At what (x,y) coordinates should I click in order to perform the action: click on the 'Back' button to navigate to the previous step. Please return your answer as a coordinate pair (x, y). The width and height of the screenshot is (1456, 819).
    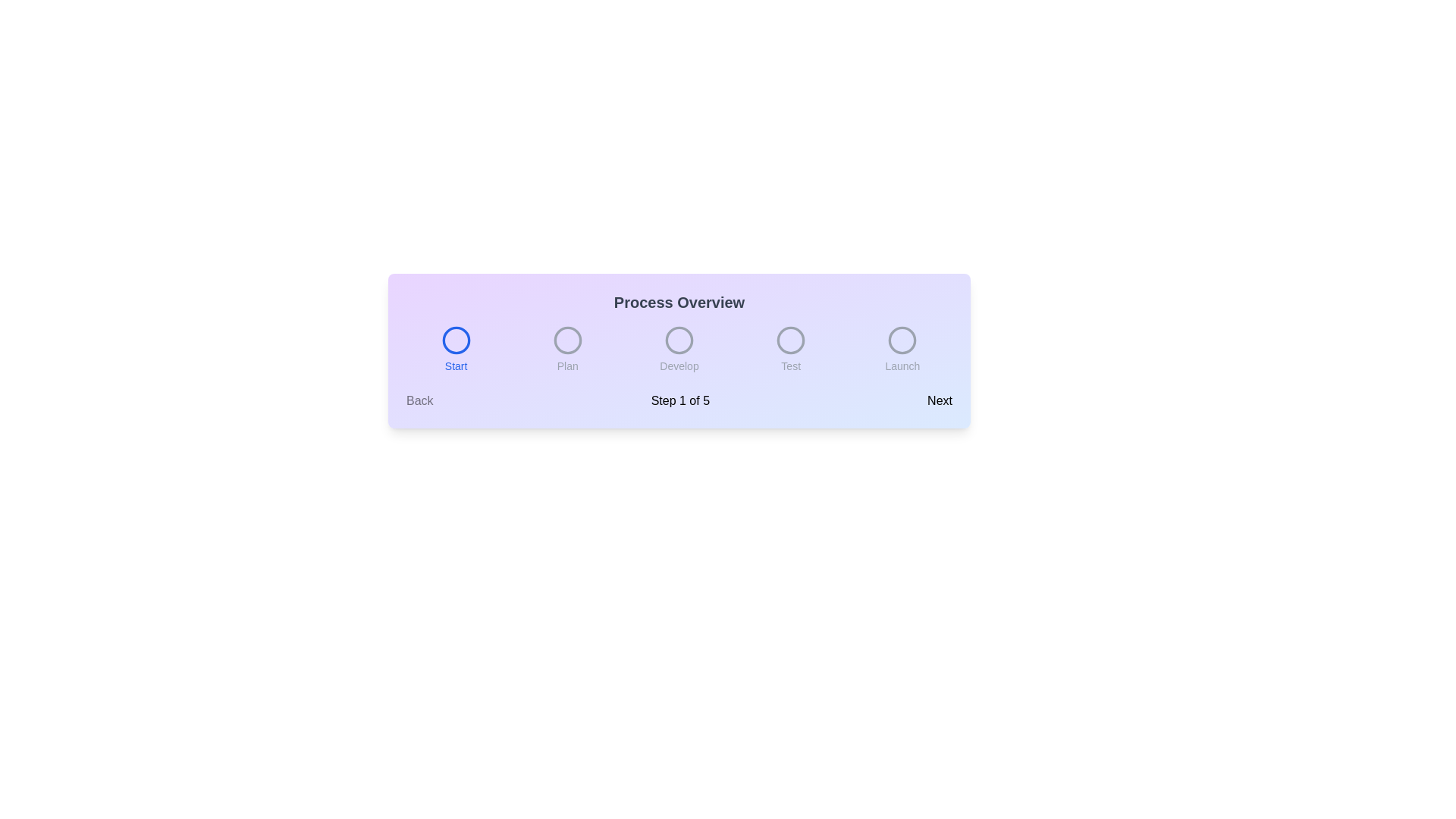
    Looking at the image, I should click on (419, 400).